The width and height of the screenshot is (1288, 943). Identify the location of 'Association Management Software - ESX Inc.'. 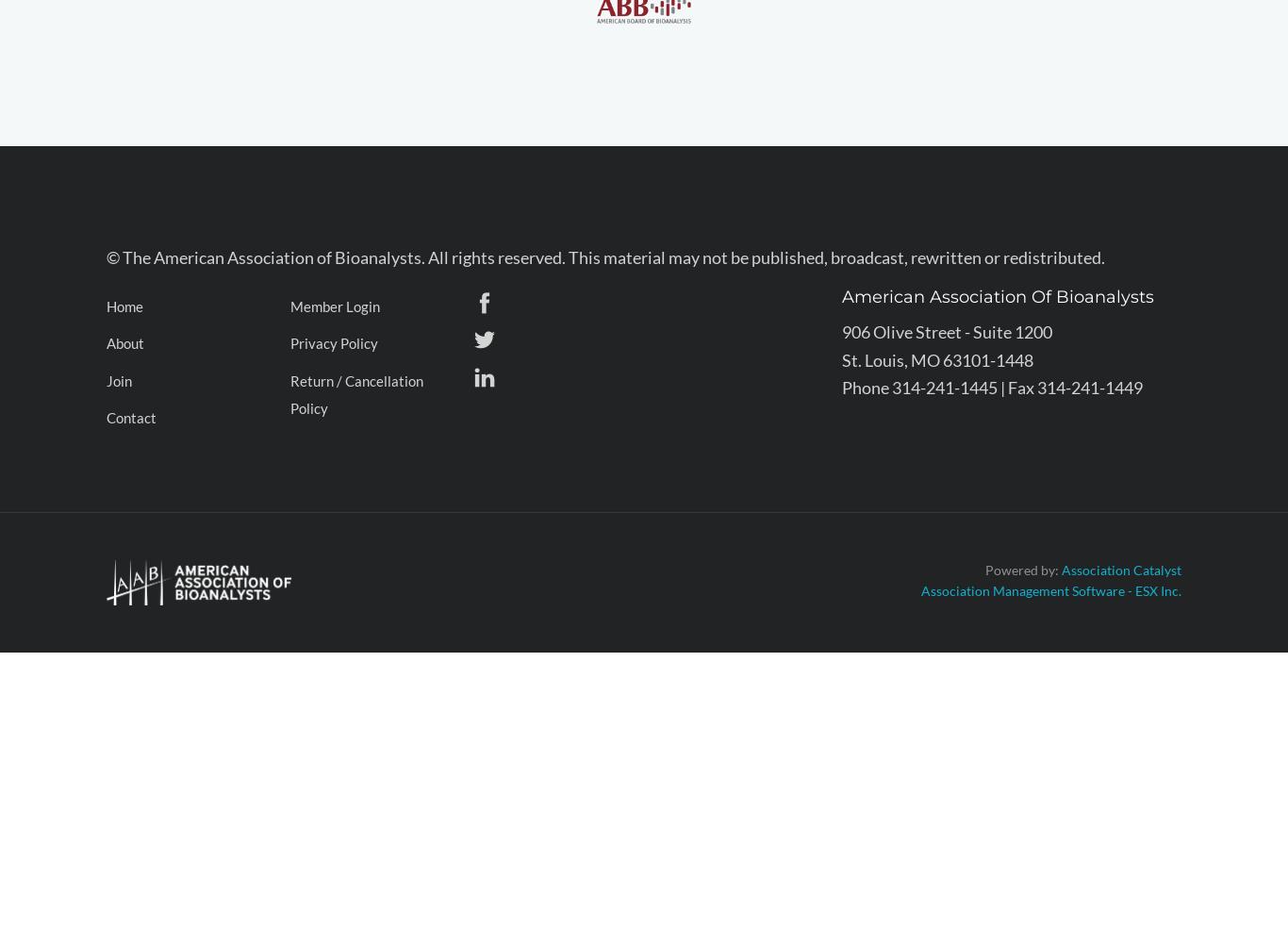
(920, 590).